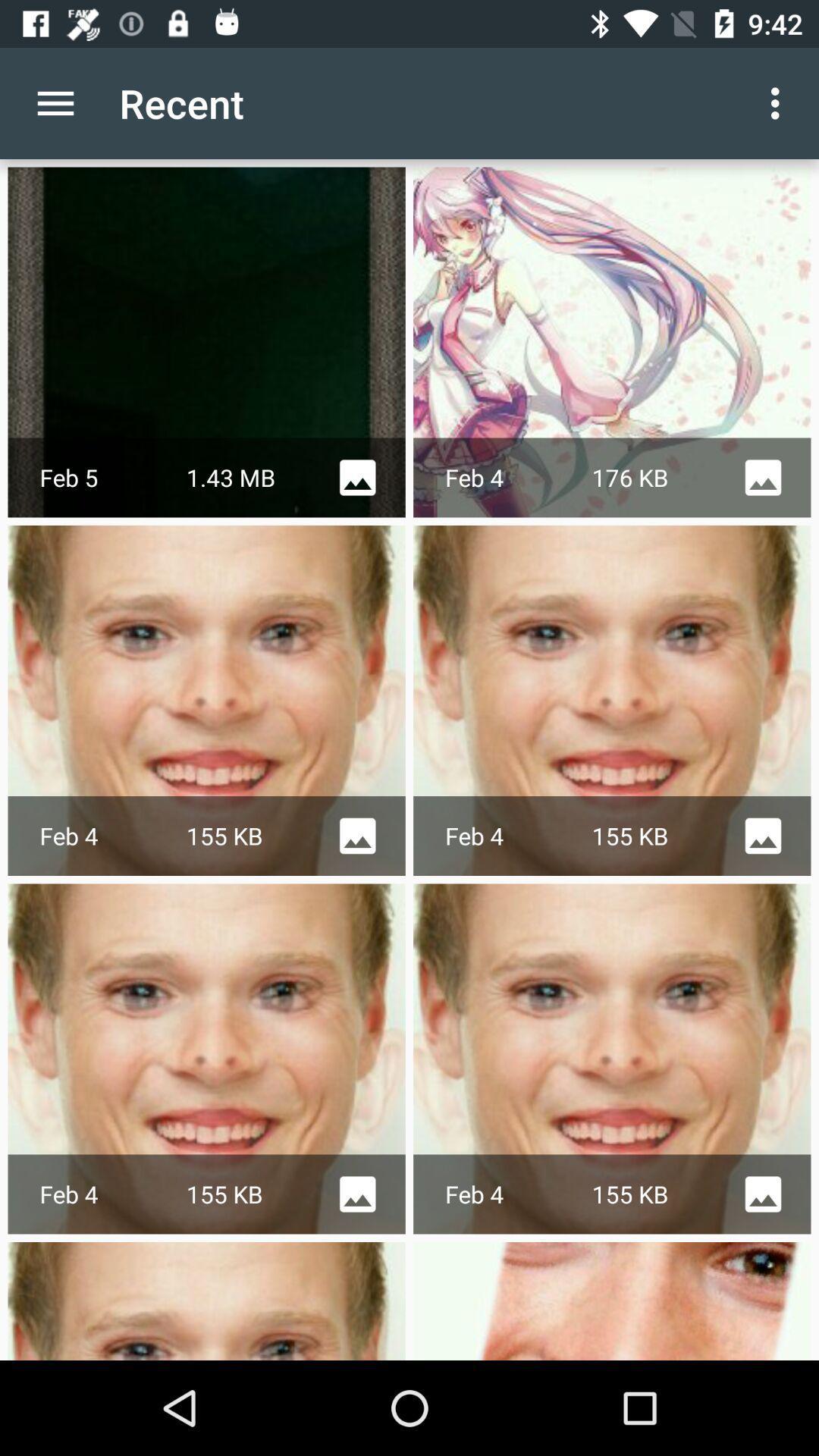 This screenshot has height=1456, width=819. Describe the element at coordinates (779, 102) in the screenshot. I see `the app next to the recent` at that location.